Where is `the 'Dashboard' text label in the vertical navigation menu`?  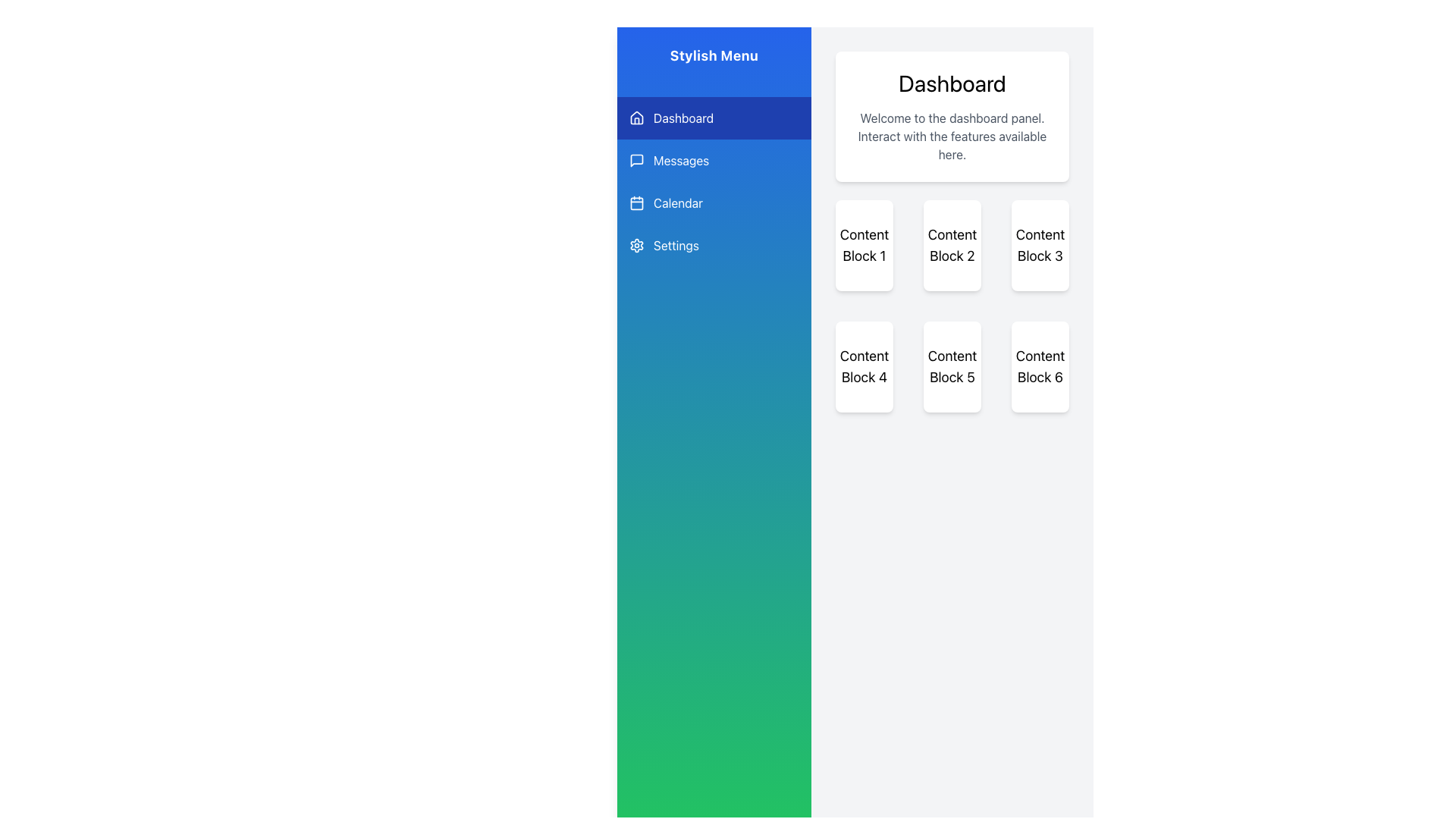
the 'Dashboard' text label in the vertical navigation menu is located at coordinates (682, 117).